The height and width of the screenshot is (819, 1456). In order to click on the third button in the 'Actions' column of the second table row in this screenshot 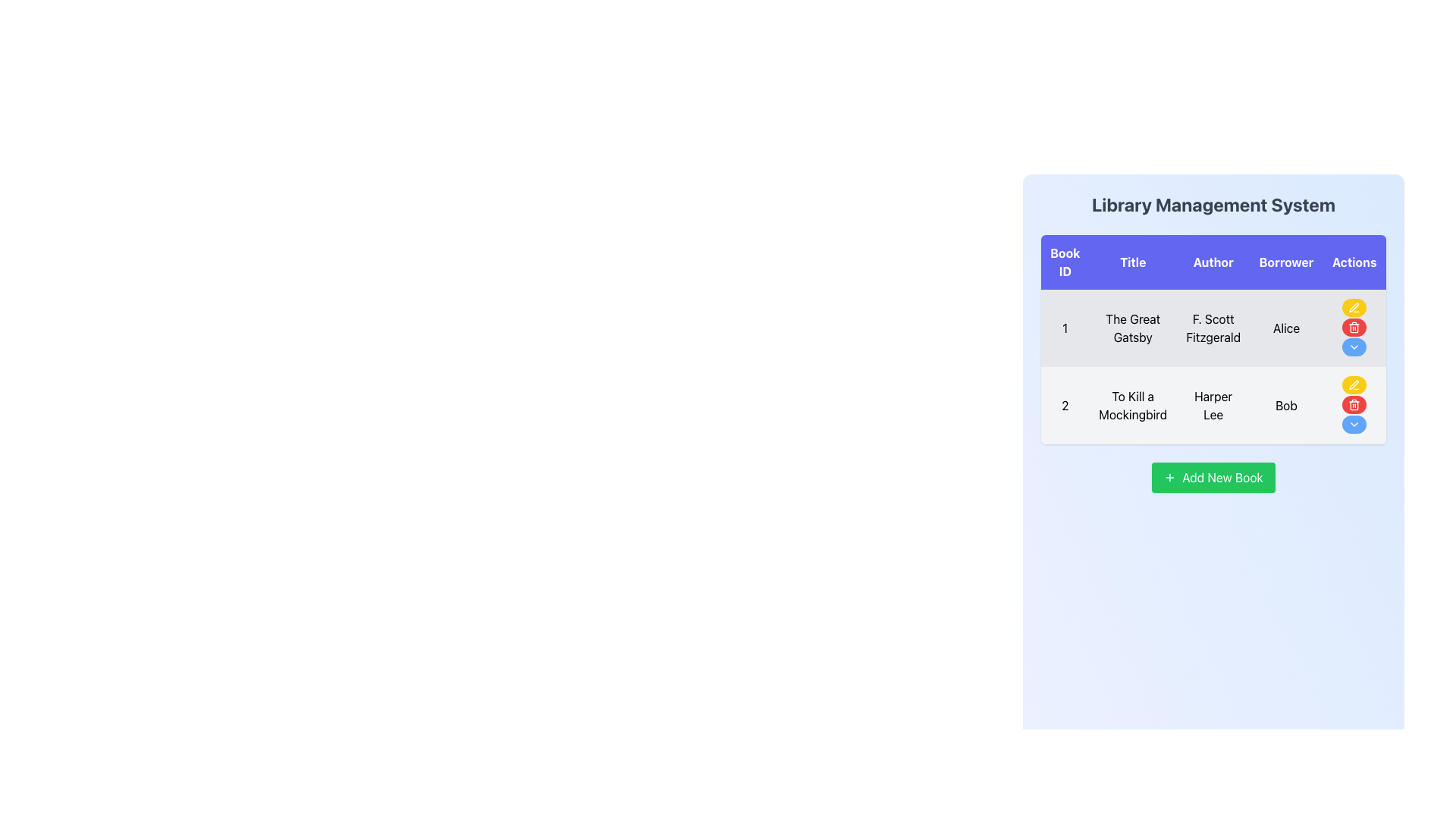, I will do `click(1354, 424)`.